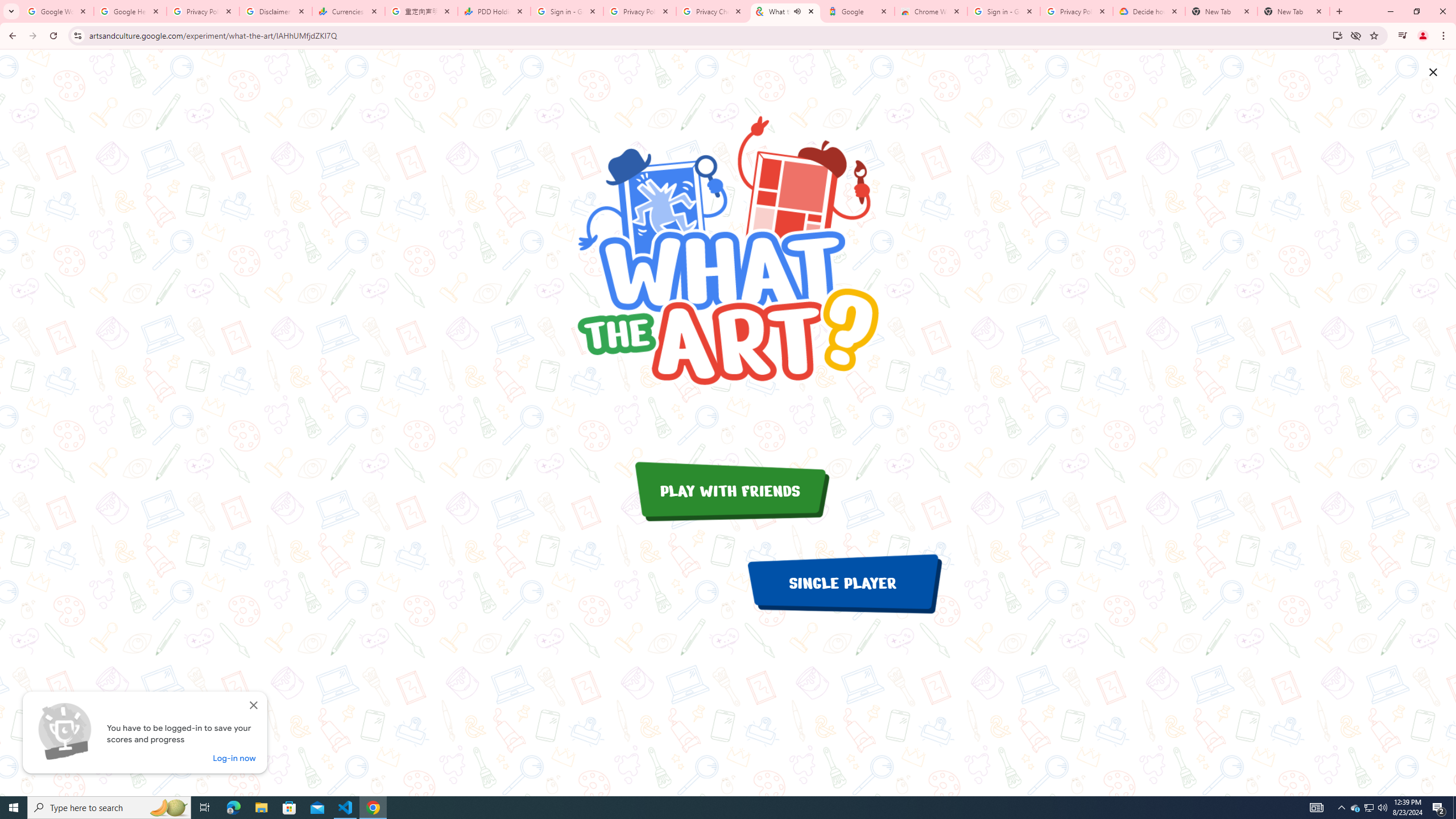 Image resolution: width=1456 pixels, height=819 pixels. Describe the element at coordinates (858, 11) in the screenshot. I see `'Google'` at that location.